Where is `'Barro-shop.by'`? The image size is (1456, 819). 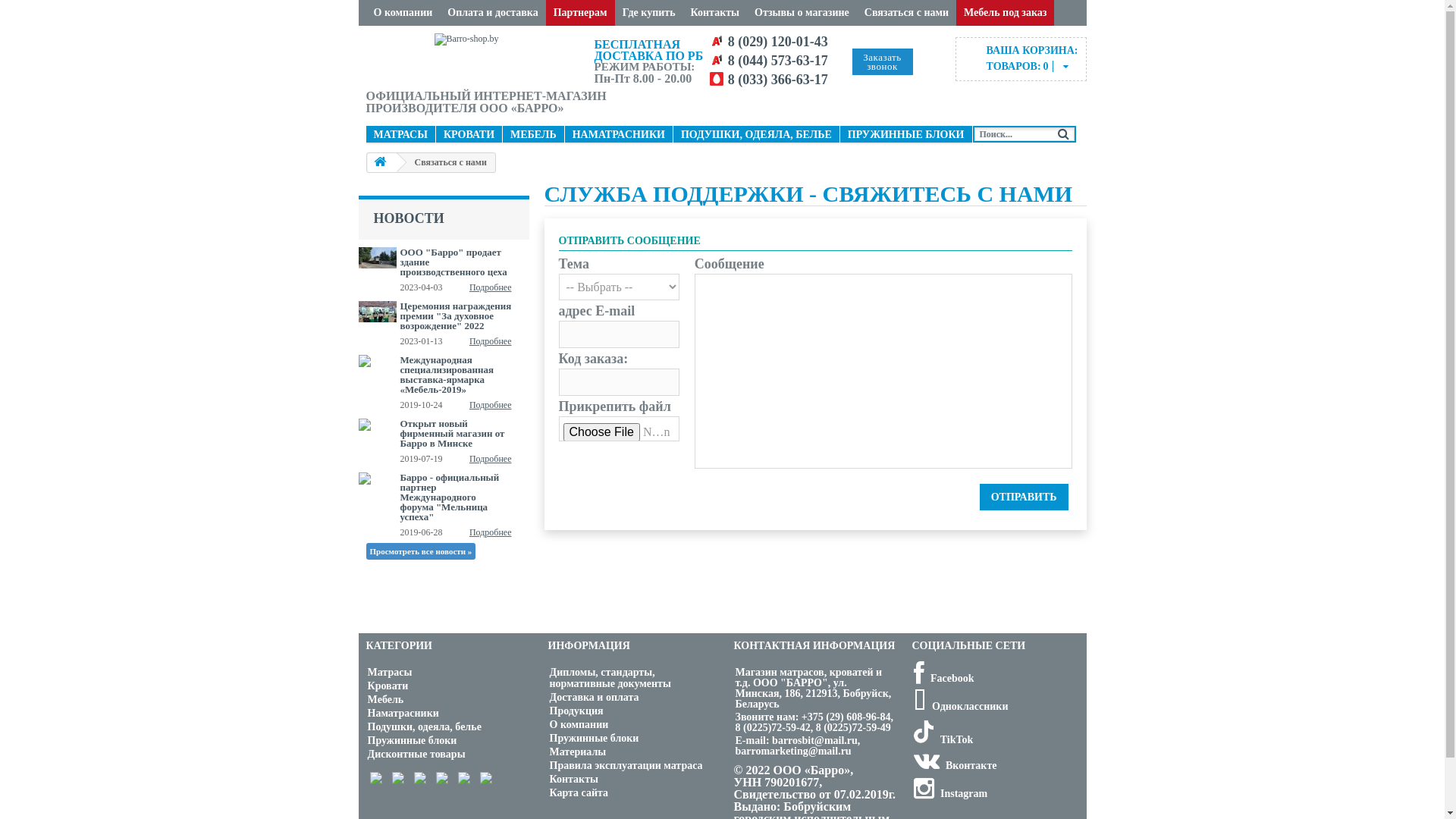 'Barro-shop.by' is located at coordinates (476, 57).